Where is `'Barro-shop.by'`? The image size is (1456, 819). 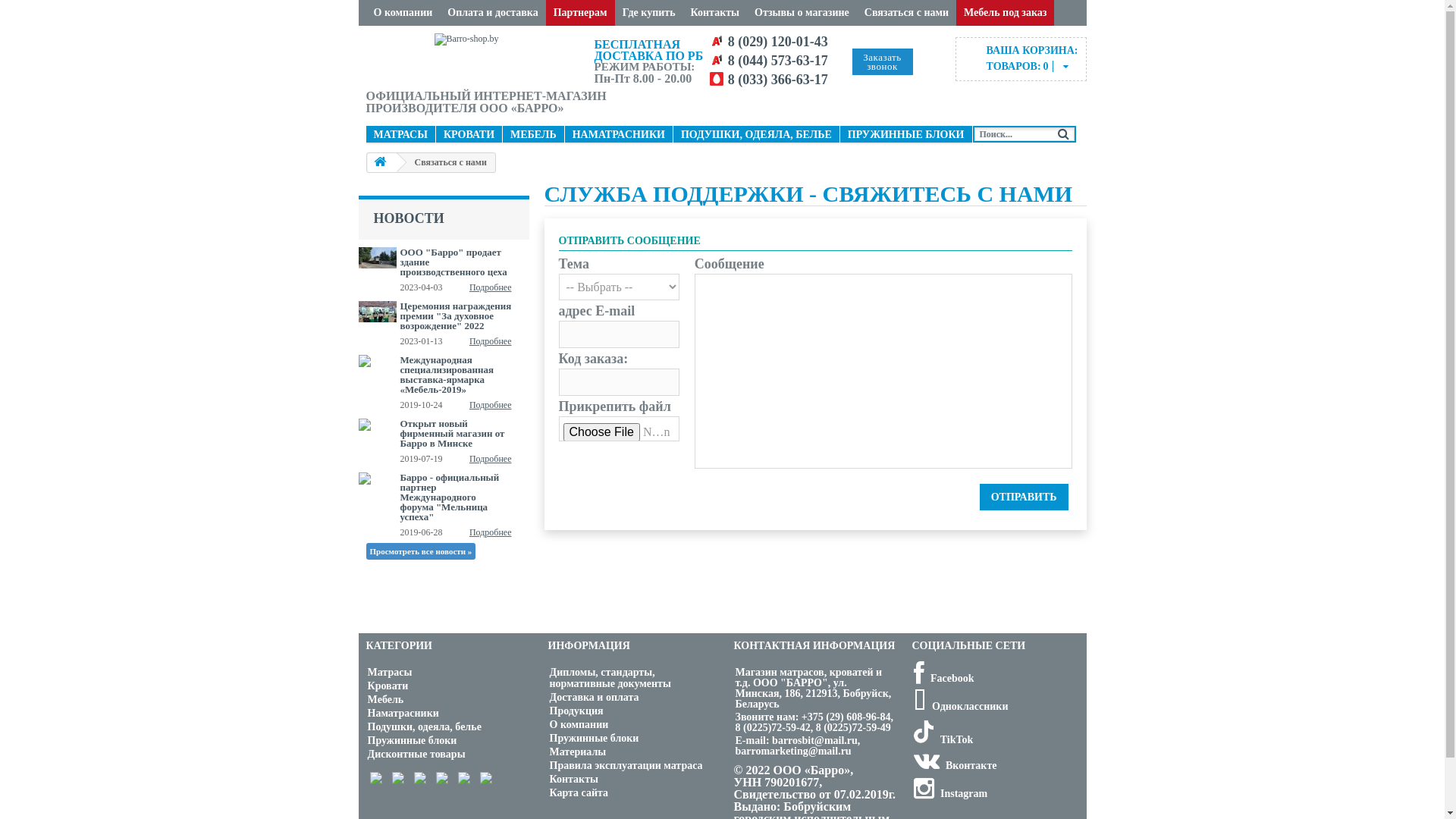 'Barro-shop.by' is located at coordinates (476, 57).